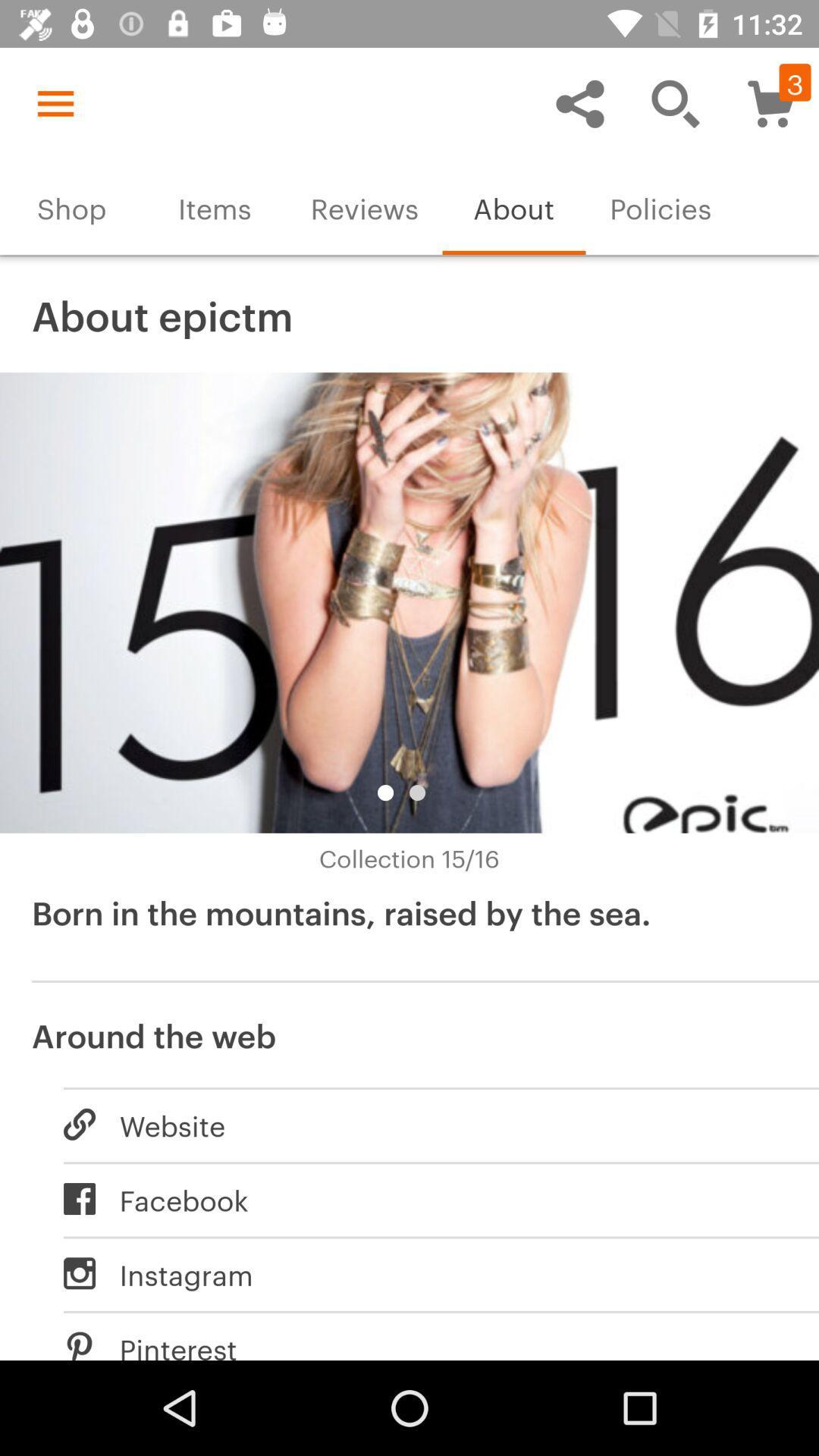  Describe the element at coordinates (409, 930) in the screenshot. I see `the born in the item` at that location.